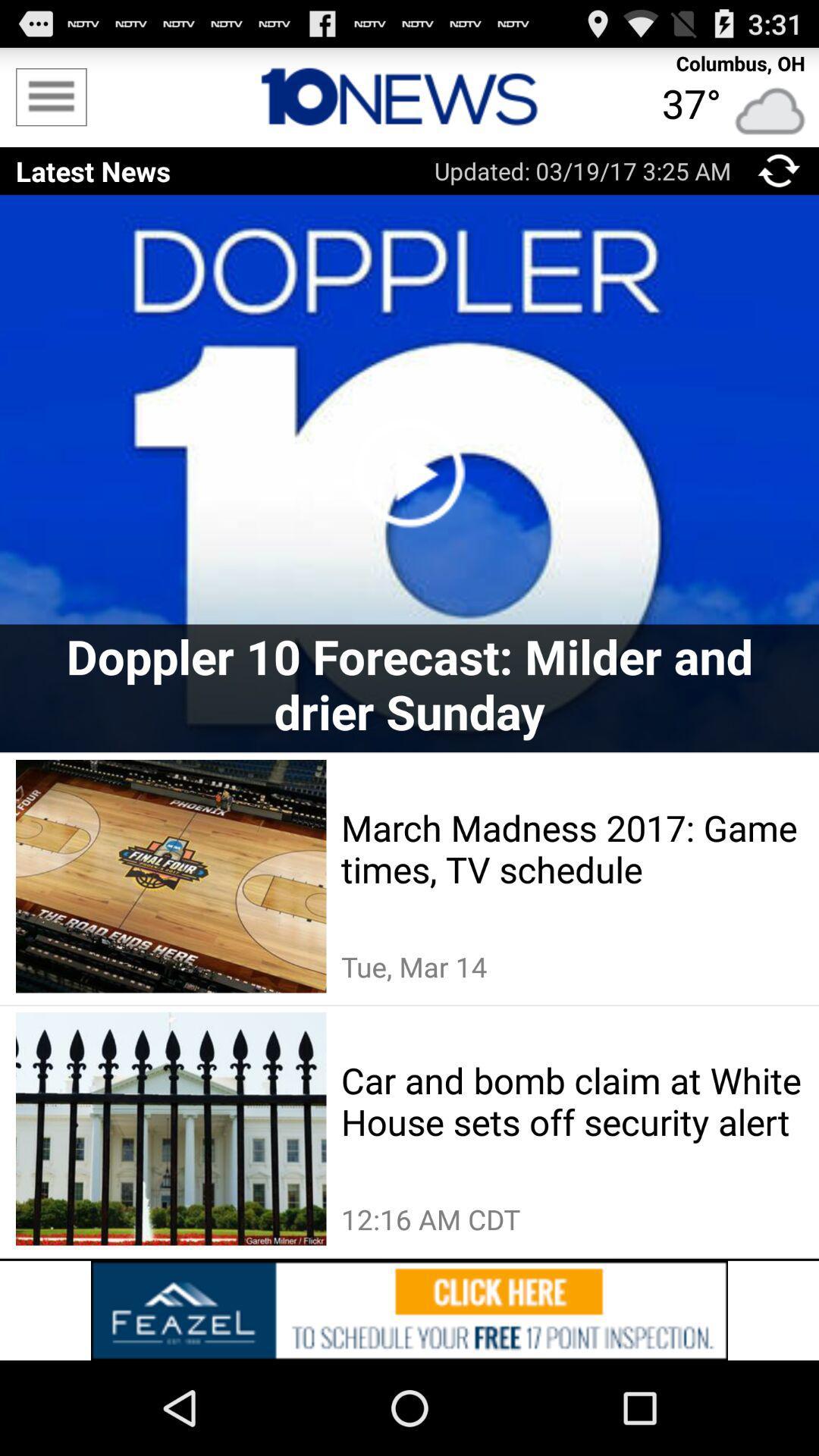 This screenshot has height=1456, width=819. I want to click on news, so click(409, 96).